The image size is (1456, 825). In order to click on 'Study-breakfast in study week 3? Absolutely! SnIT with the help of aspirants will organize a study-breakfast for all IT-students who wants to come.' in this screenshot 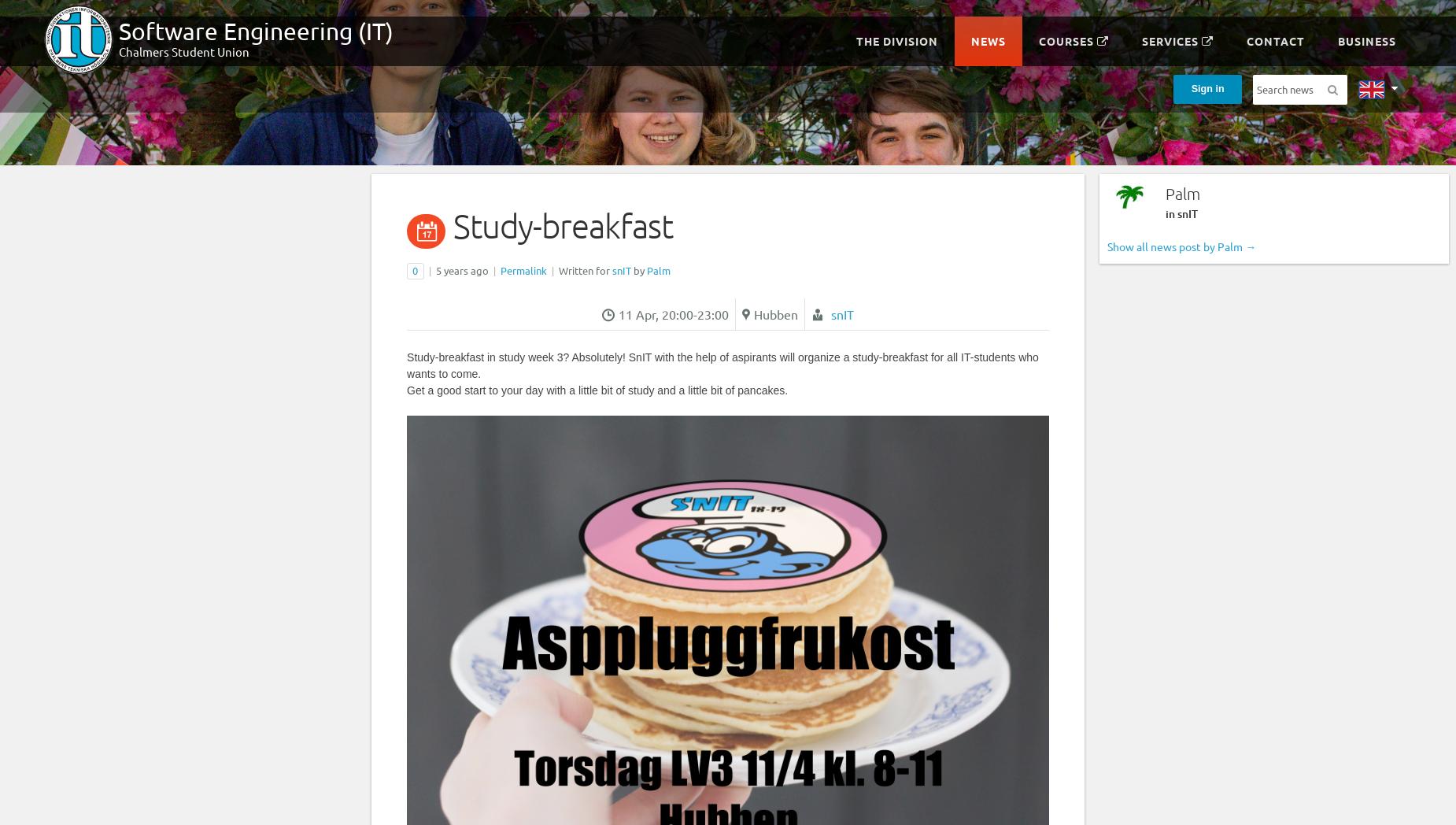, I will do `click(722, 364)`.